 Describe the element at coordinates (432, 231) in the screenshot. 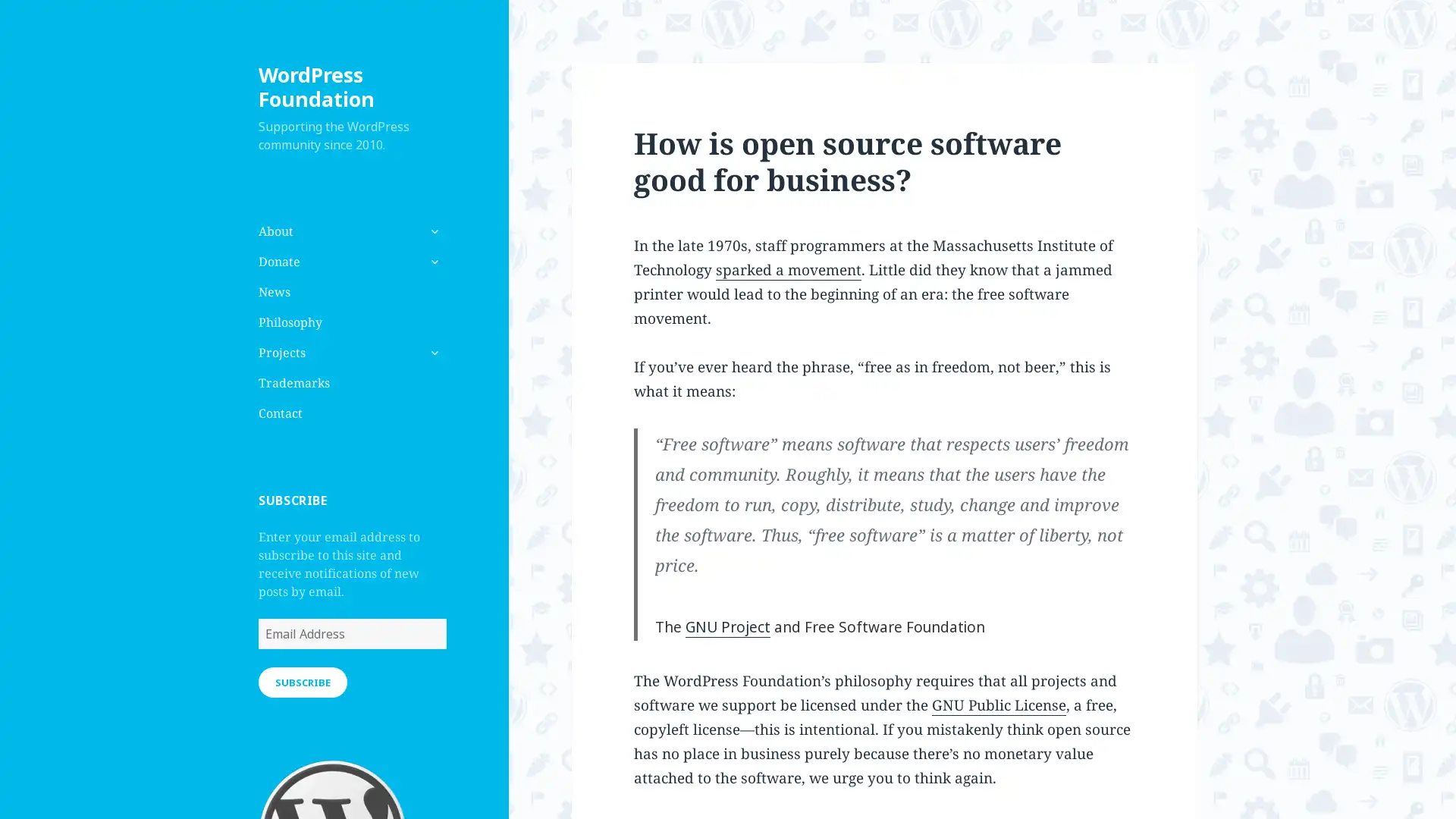

I see `expand child menu` at that location.